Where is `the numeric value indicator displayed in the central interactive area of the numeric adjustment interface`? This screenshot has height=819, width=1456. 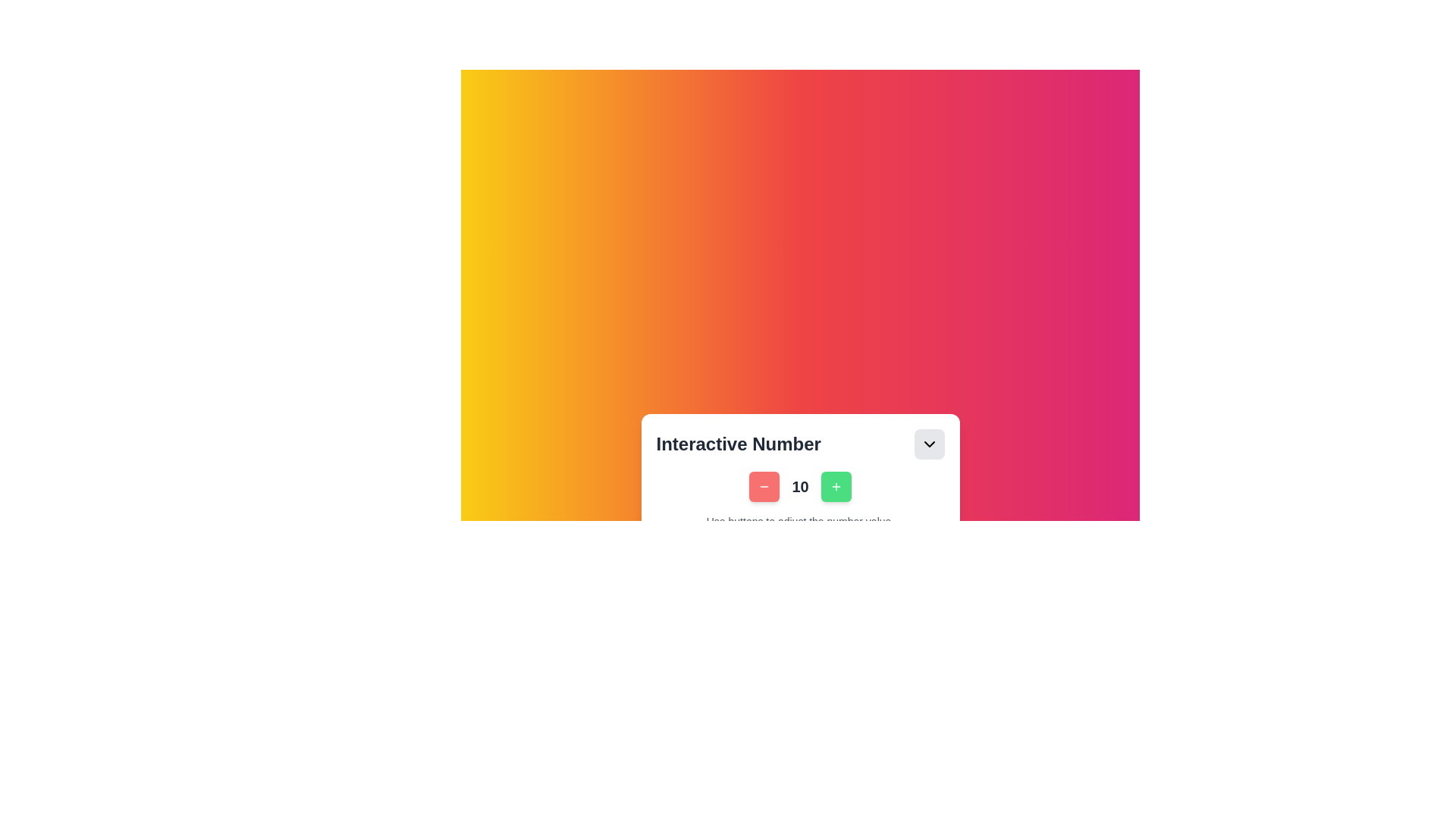
the numeric value indicator displayed in the central interactive area of the numeric adjustment interface is located at coordinates (799, 486).